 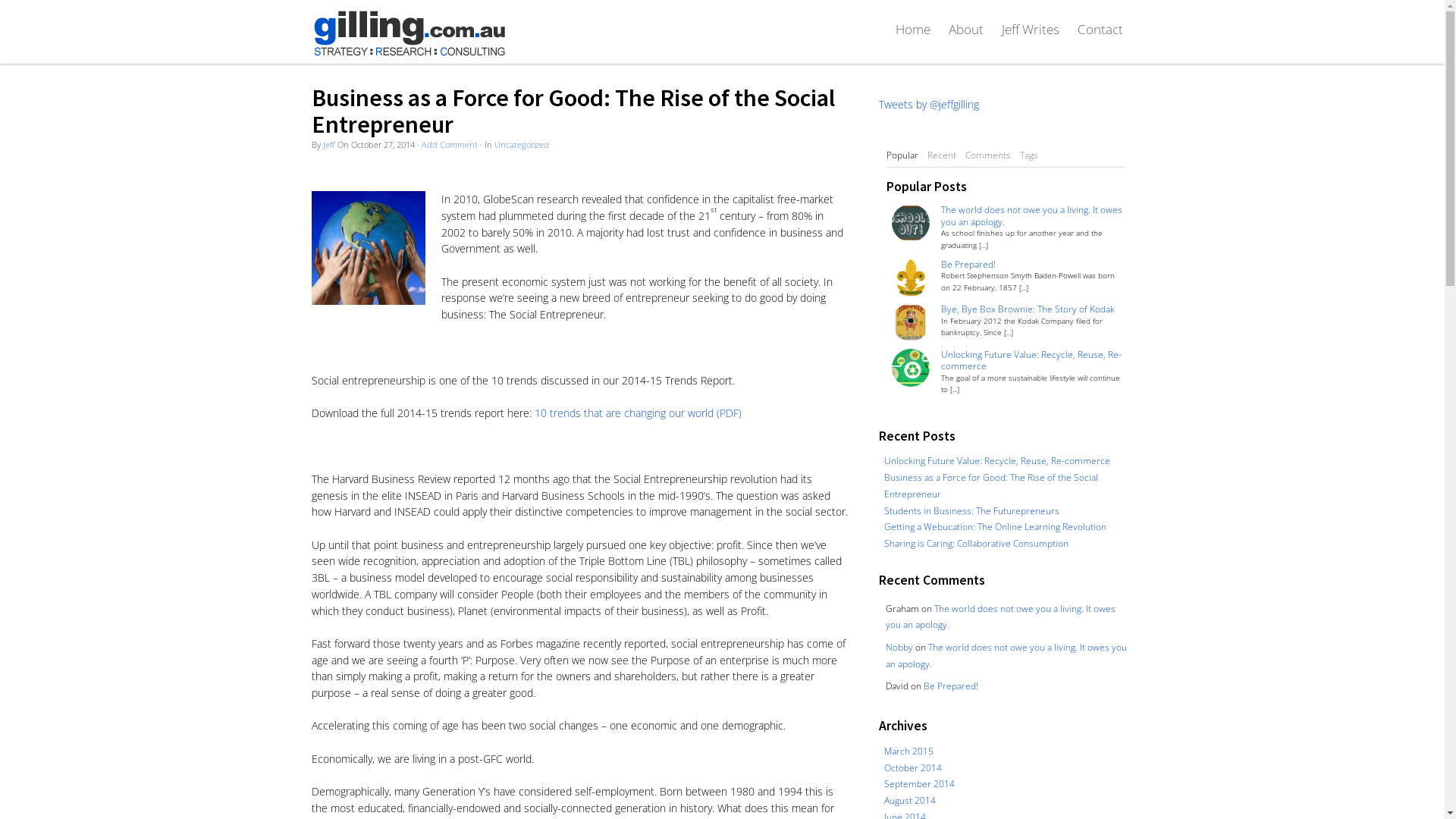 I want to click on 'About', so click(x=964, y=29).